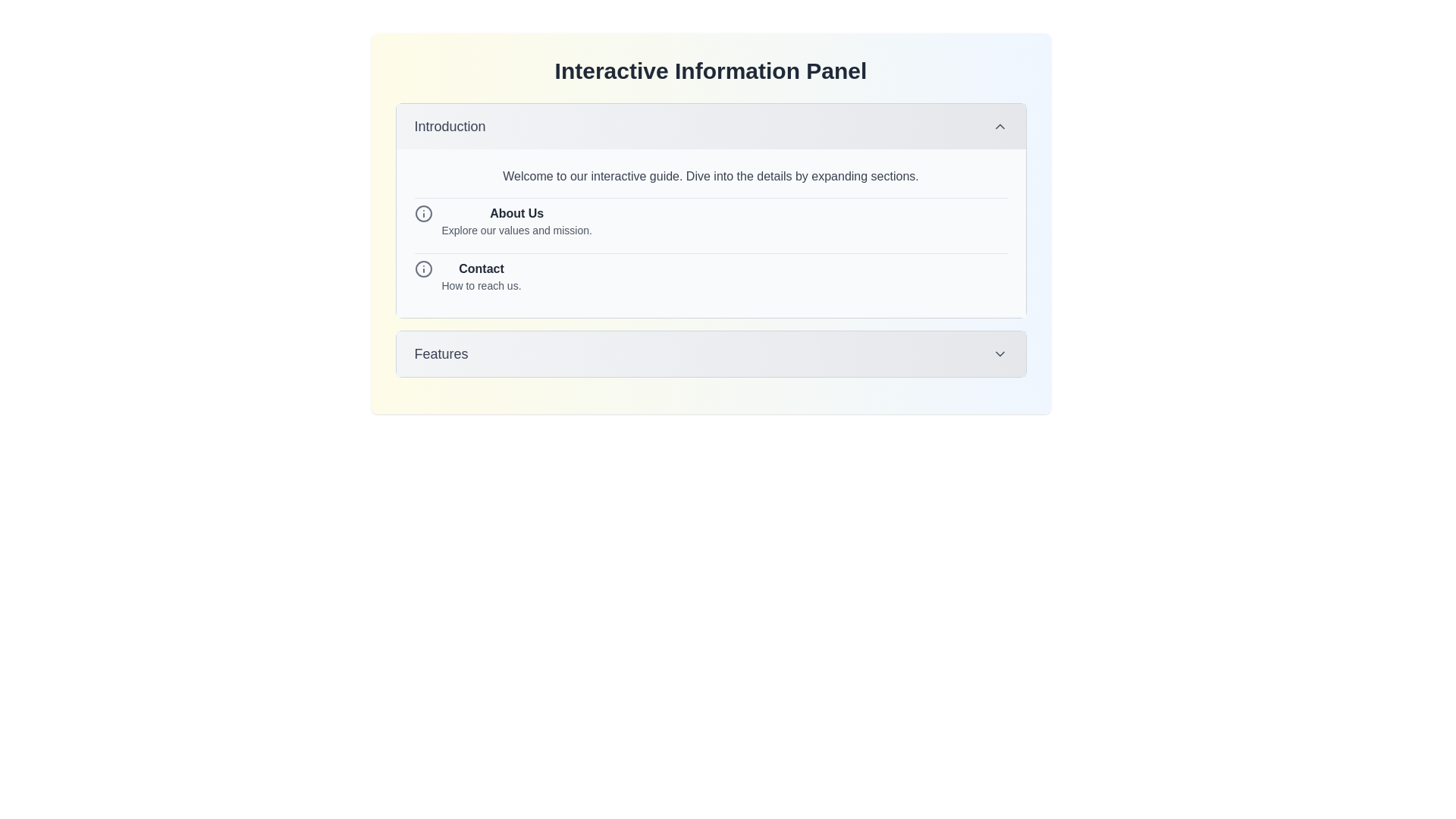 This screenshot has height=819, width=1456. Describe the element at coordinates (516, 213) in the screenshot. I see `the 'About Us' text label located in the 'Introduction' section of the interactive information panel` at that location.